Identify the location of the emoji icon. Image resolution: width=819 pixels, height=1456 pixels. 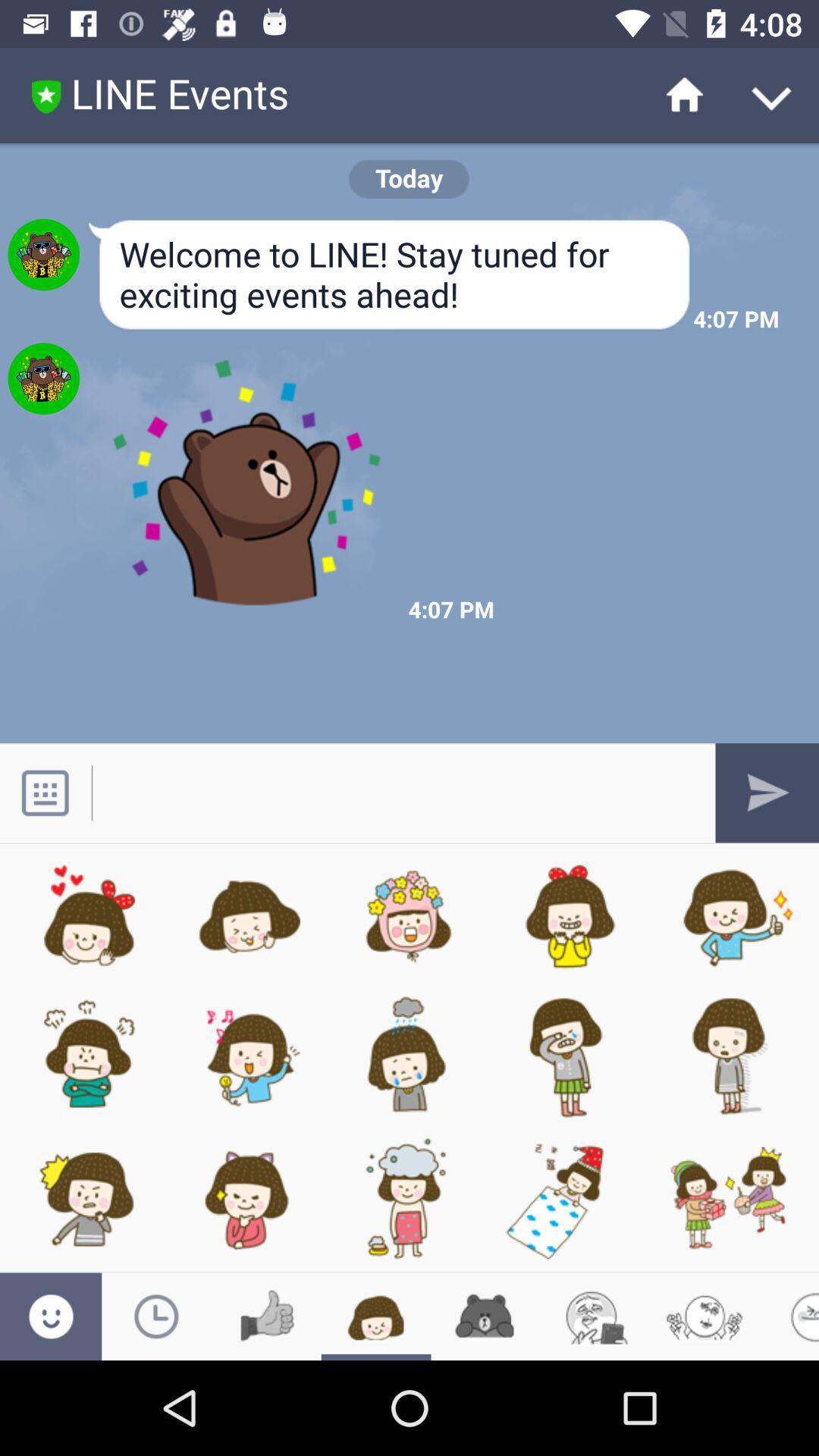
(705, 1316).